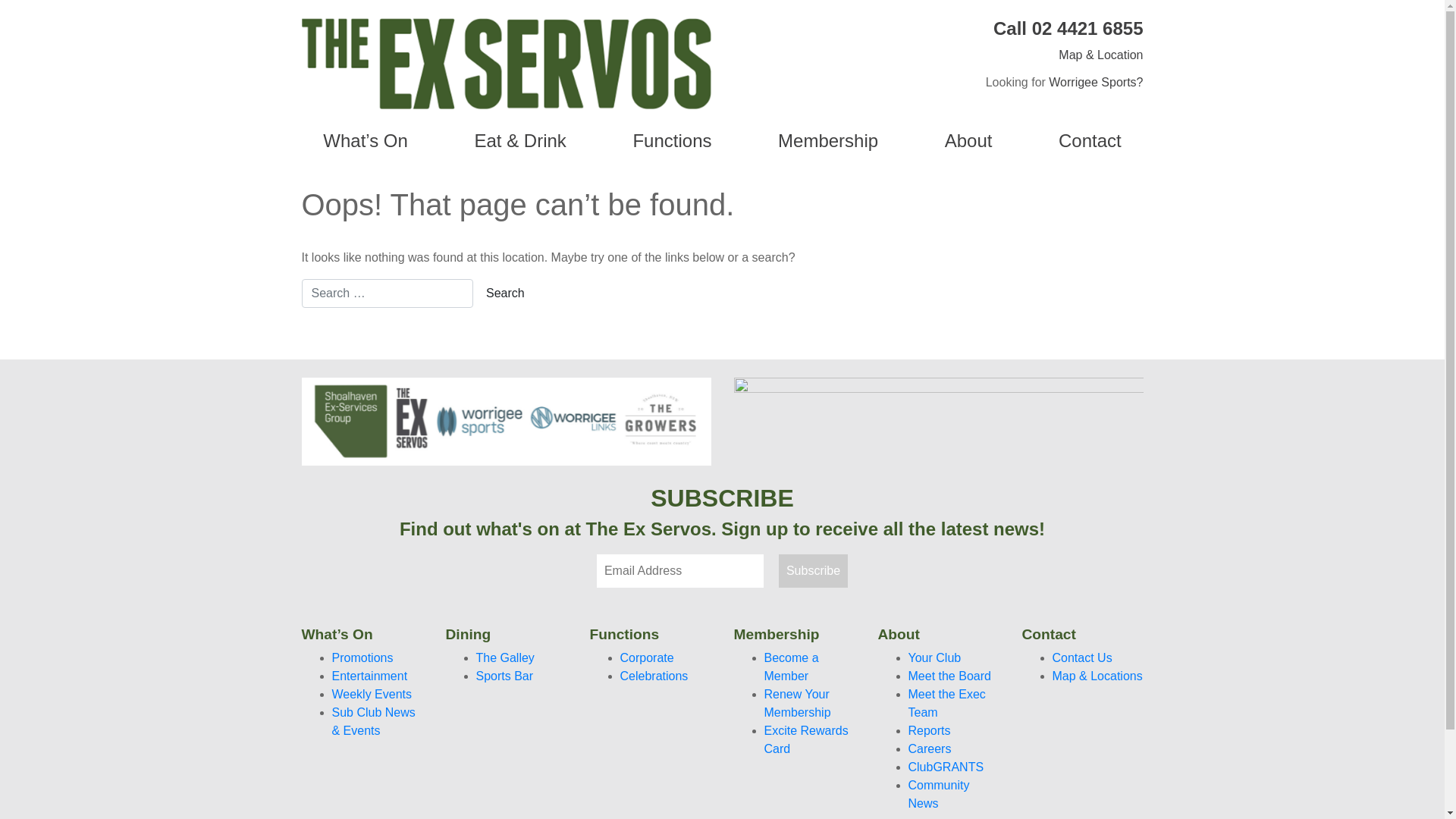  I want to click on 'Become a Member', so click(790, 666).